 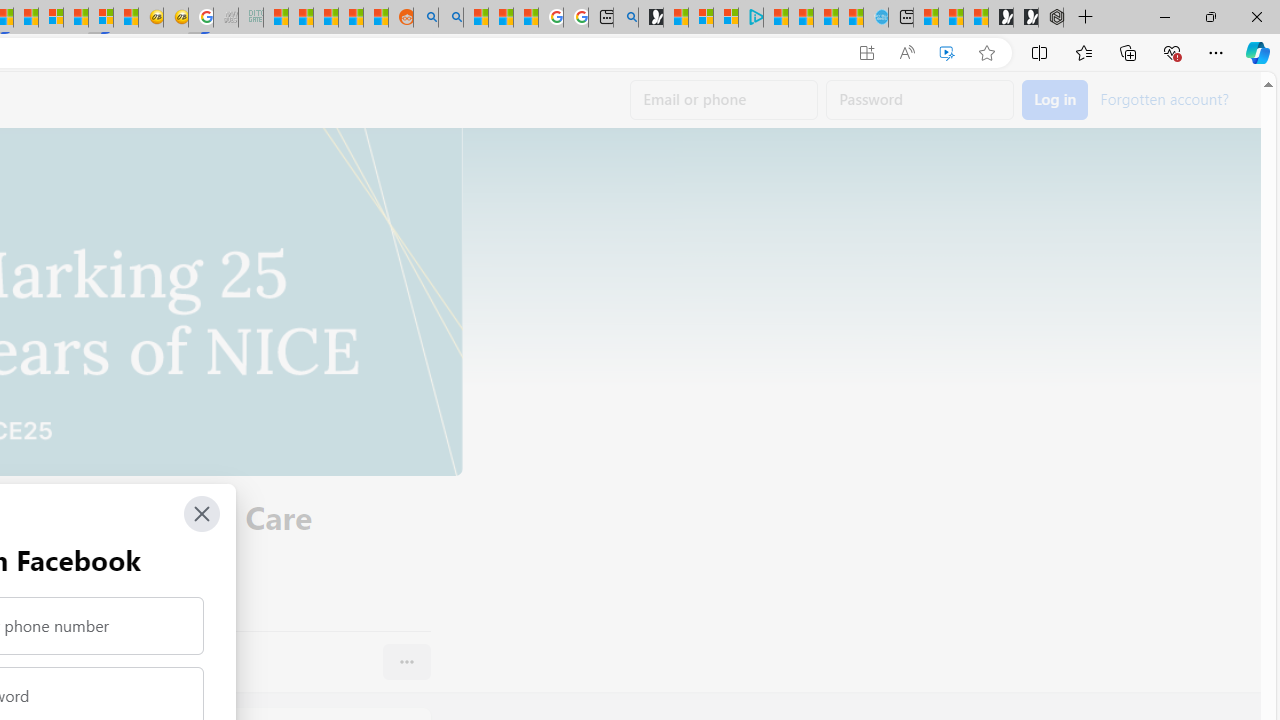 I want to click on 'Navy Quest', so click(x=225, y=17).